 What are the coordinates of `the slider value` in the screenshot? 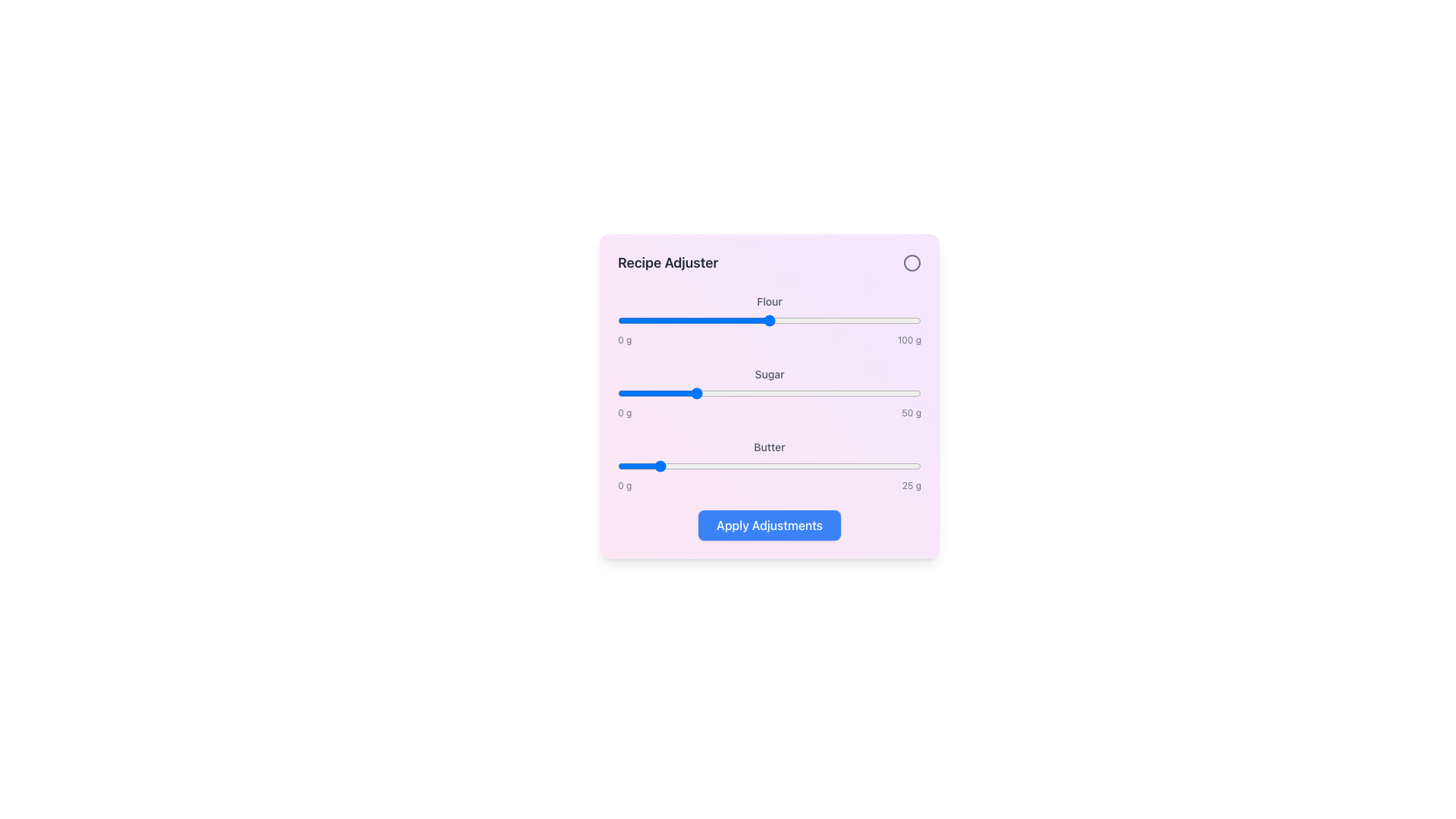 It's located at (680, 320).